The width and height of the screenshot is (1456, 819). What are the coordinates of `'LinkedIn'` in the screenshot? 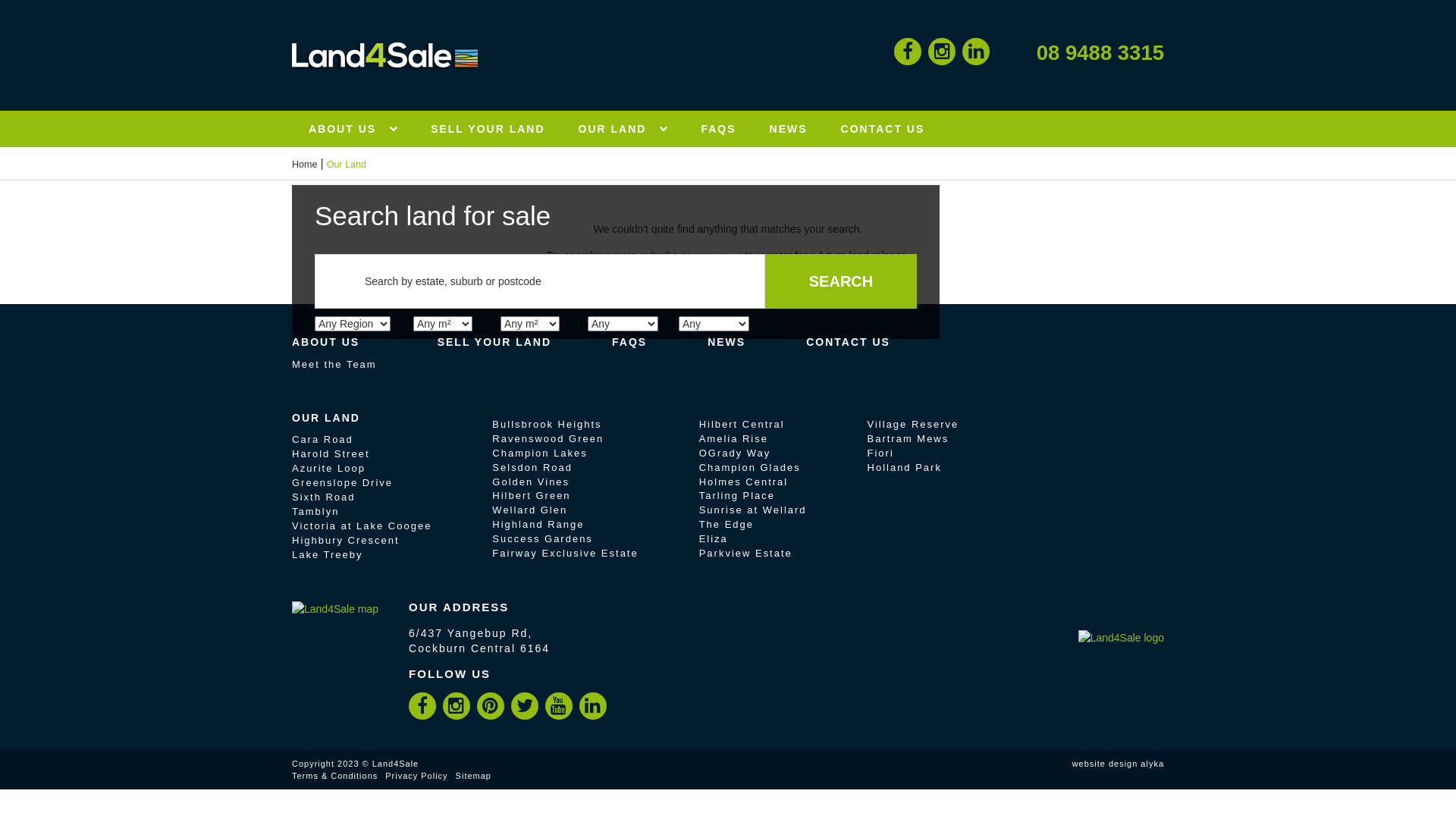 It's located at (976, 49).